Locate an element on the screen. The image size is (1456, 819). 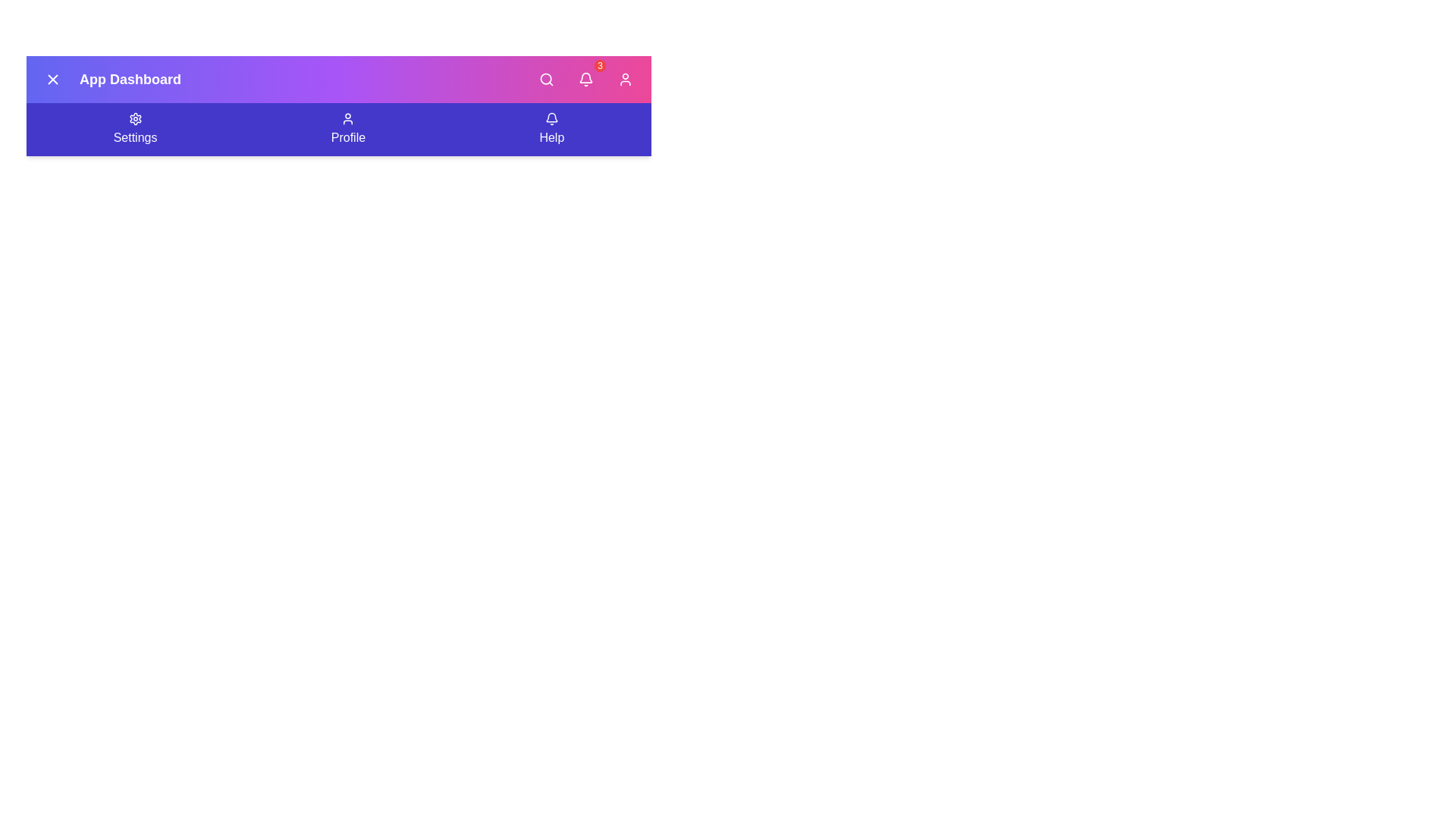
the 'Help' button in the navigation bar is located at coordinates (550, 128).